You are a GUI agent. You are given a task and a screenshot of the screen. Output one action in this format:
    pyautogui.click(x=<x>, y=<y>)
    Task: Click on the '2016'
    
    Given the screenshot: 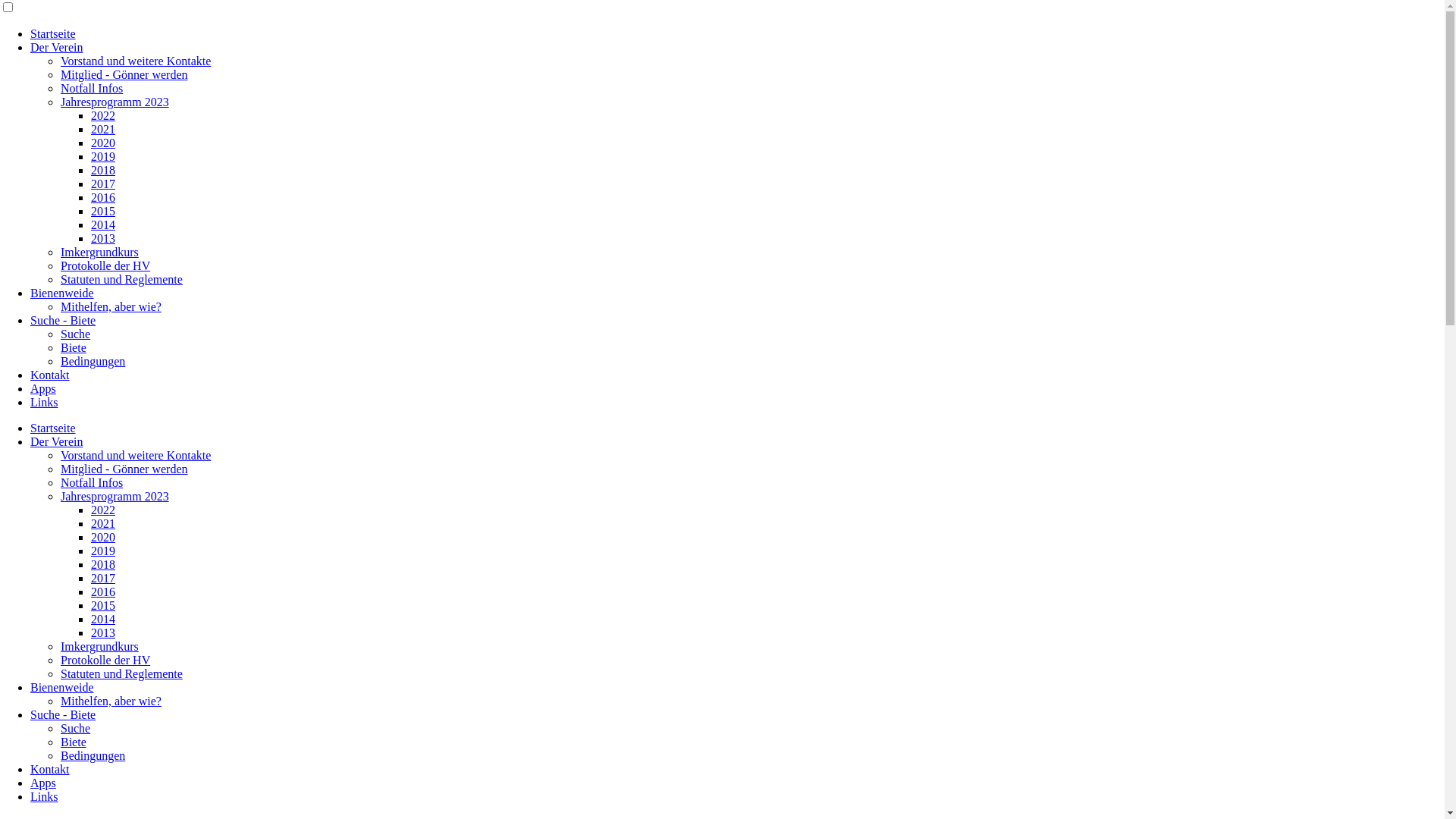 What is the action you would take?
    pyautogui.click(x=102, y=591)
    